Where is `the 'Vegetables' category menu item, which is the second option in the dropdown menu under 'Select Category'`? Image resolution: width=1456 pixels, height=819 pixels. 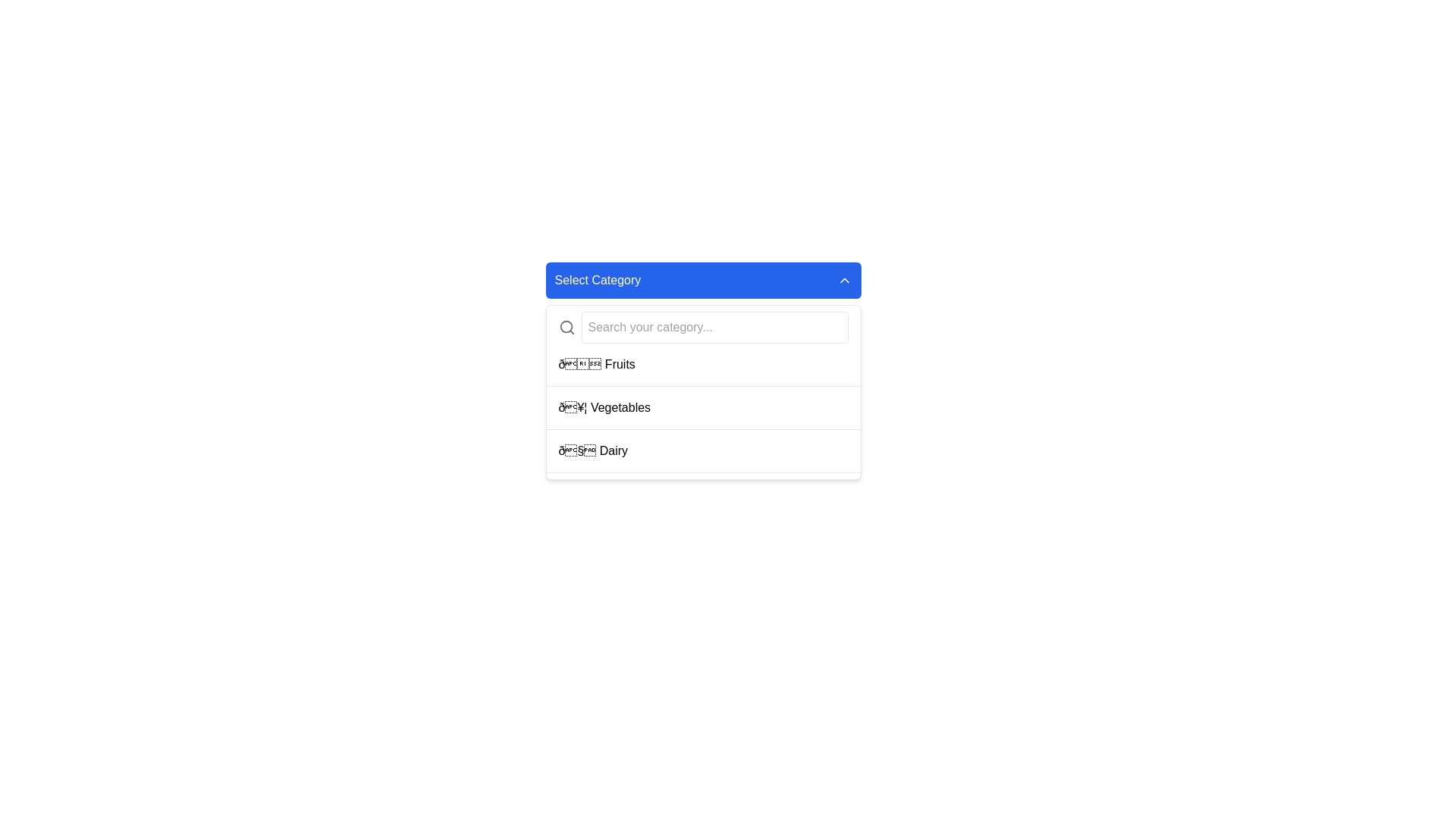 the 'Vegetables' category menu item, which is the second option in the dropdown menu under 'Select Category' is located at coordinates (702, 407).